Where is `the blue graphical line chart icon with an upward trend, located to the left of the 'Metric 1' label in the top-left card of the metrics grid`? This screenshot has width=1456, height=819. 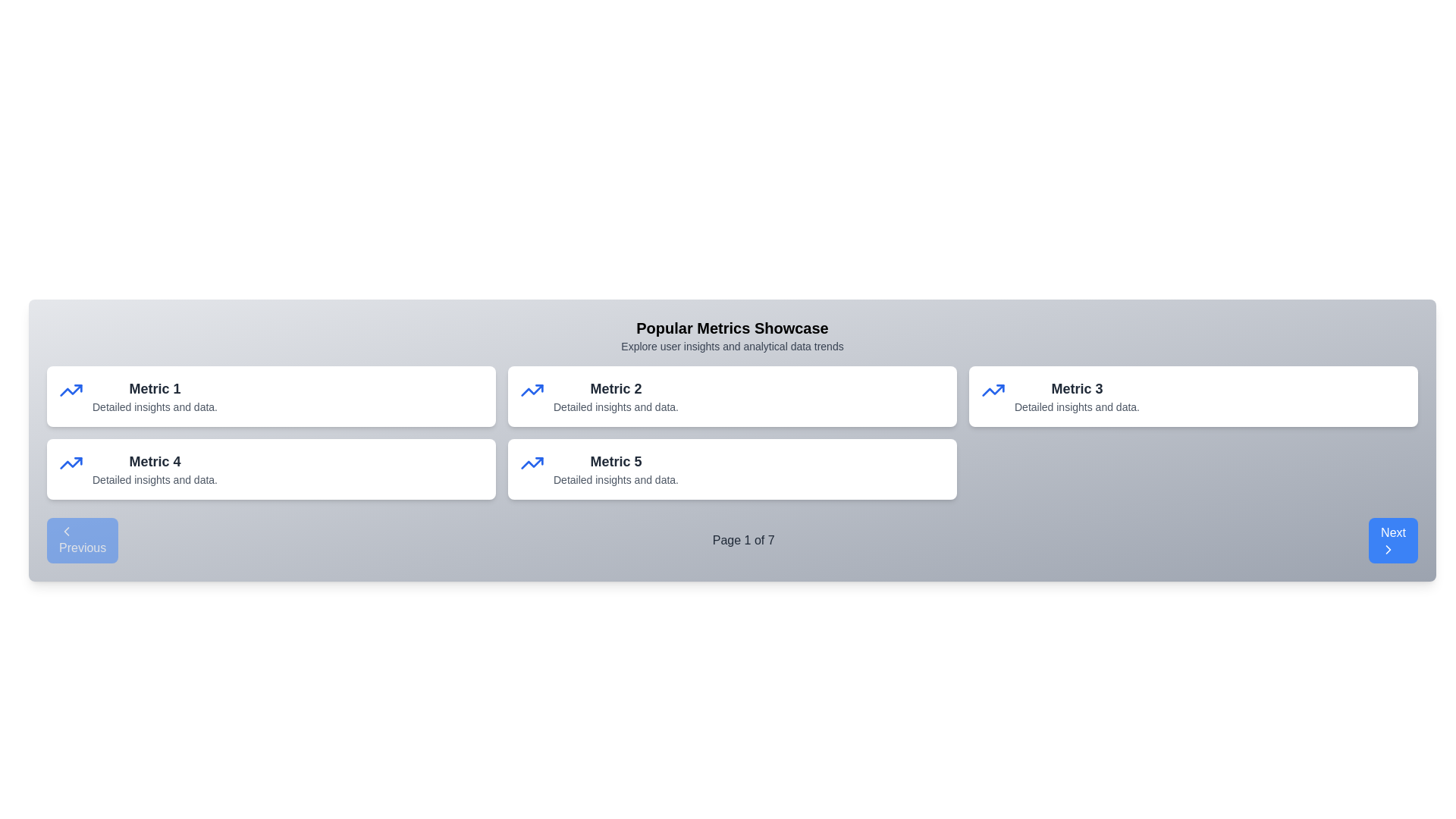 the blue graphical line chart icon with an upward trend, located to the left of the 'Metric 1' label in the top-left card of the metrics grid is located at coordinates (71, 462).